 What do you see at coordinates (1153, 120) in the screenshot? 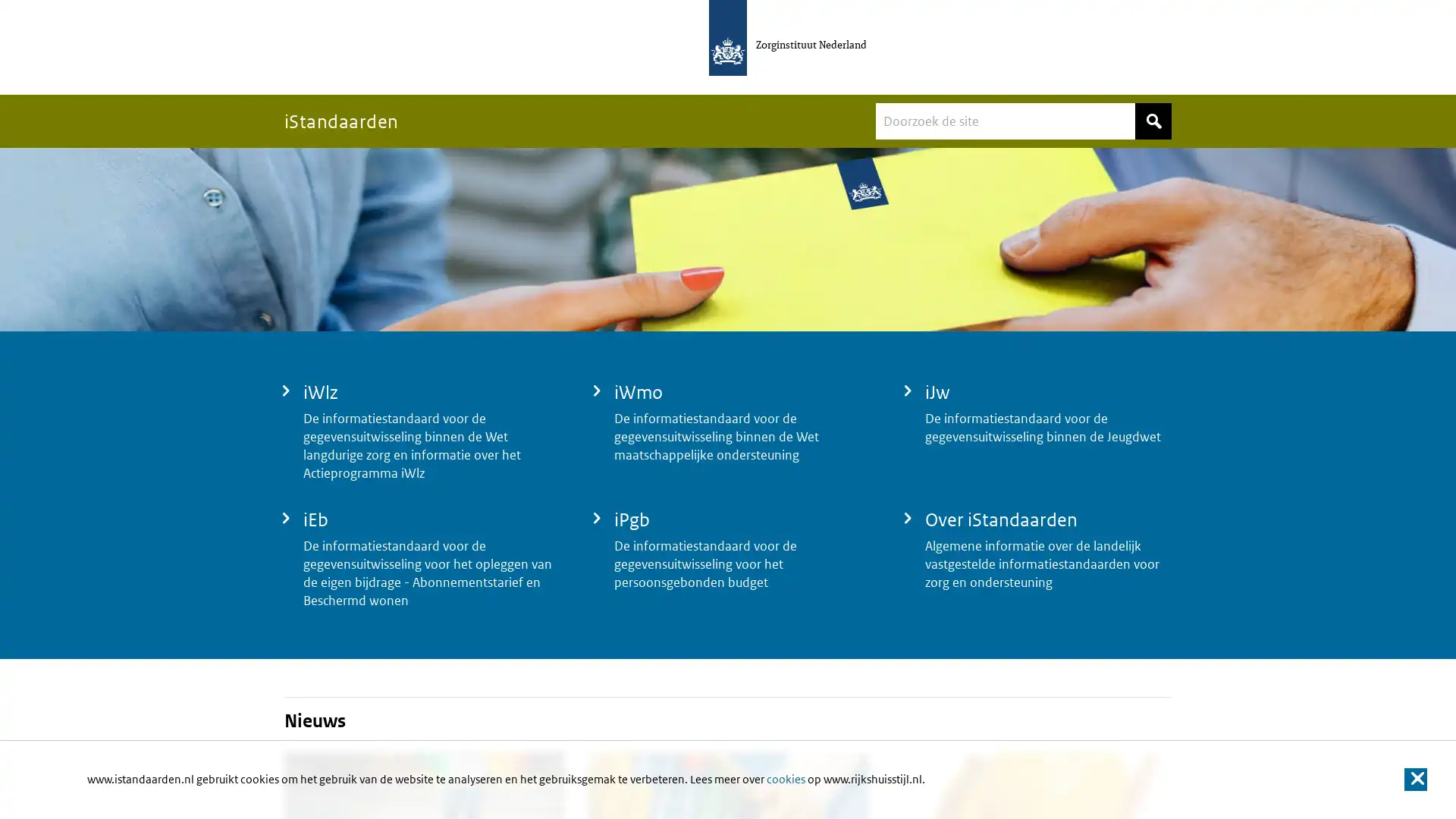
I see `Zoek` at bounding box center [1153, 120].